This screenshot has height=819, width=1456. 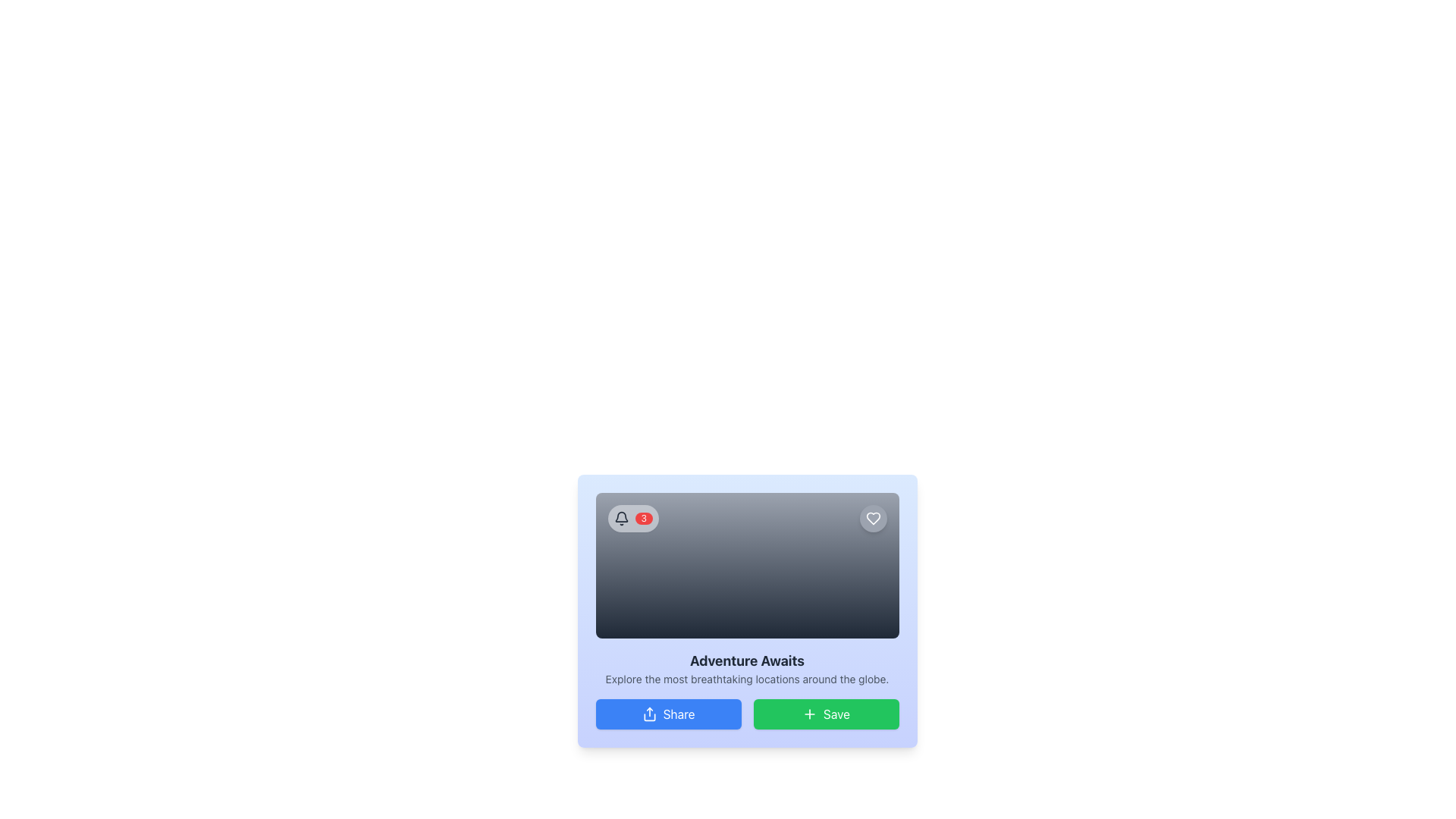 What do you see at coordinates (747, 678) in the screenshot?
I see `the descriptive text that provides additional information about exploring breathtaking locations worldwide, located directly below the 'Adventure Awaits' text` at bounding box center [747, 678].